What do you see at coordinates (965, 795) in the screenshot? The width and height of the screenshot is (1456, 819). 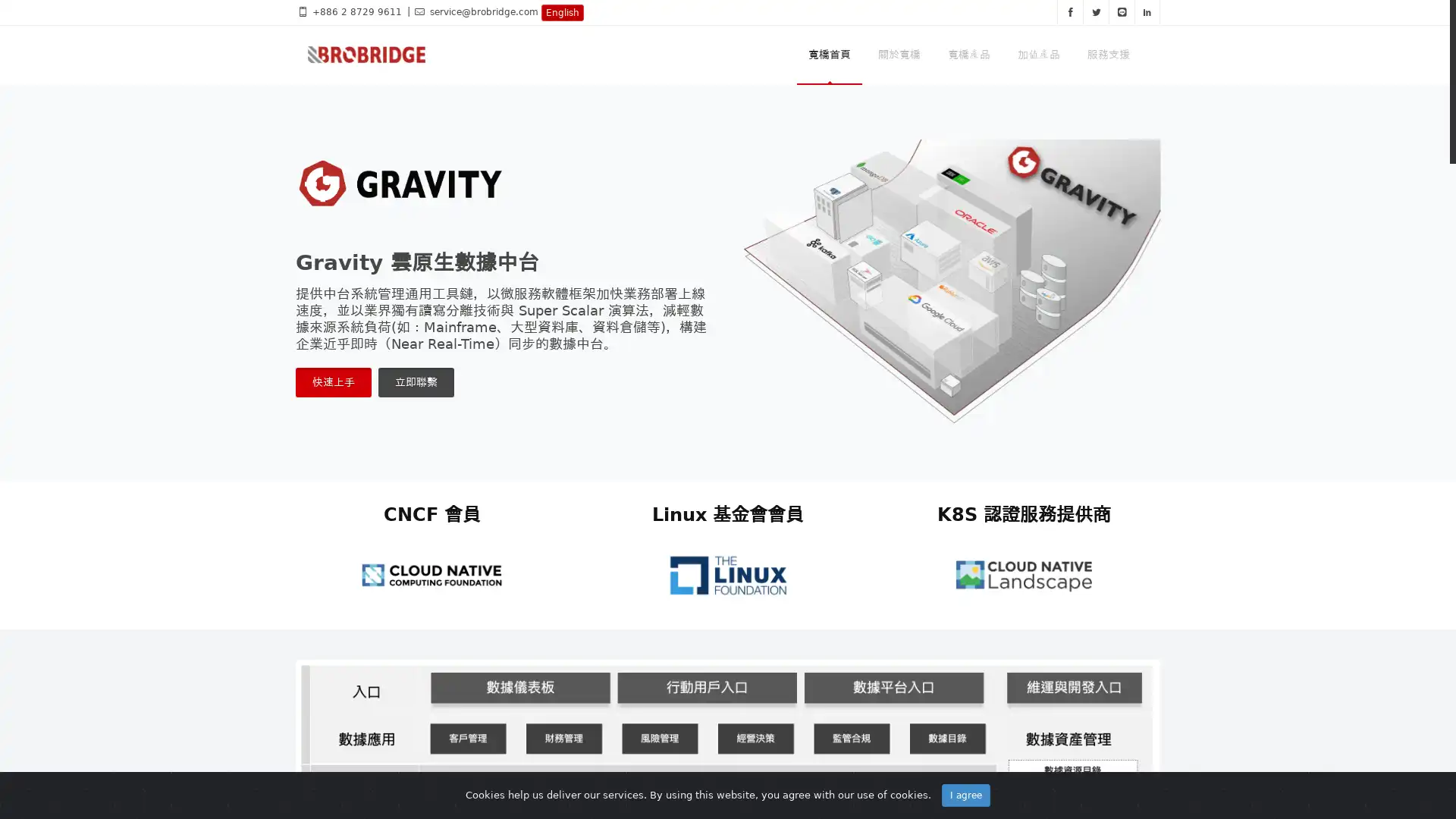 I see `I agree` at bounding box center [965, 795].